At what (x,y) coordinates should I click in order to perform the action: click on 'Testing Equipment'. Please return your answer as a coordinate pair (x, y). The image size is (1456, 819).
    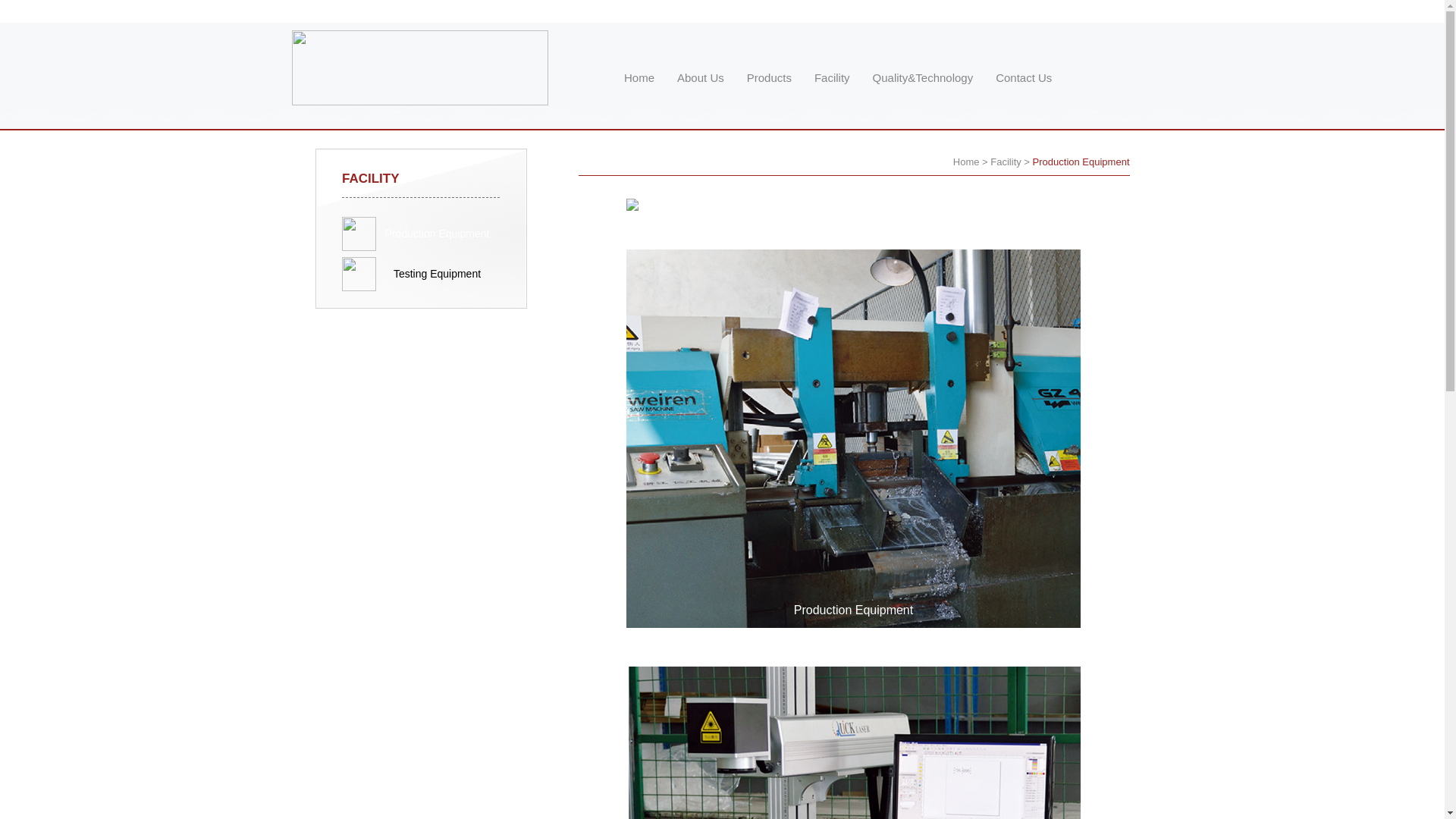
    Looking at the image, I should click on (421, 274).